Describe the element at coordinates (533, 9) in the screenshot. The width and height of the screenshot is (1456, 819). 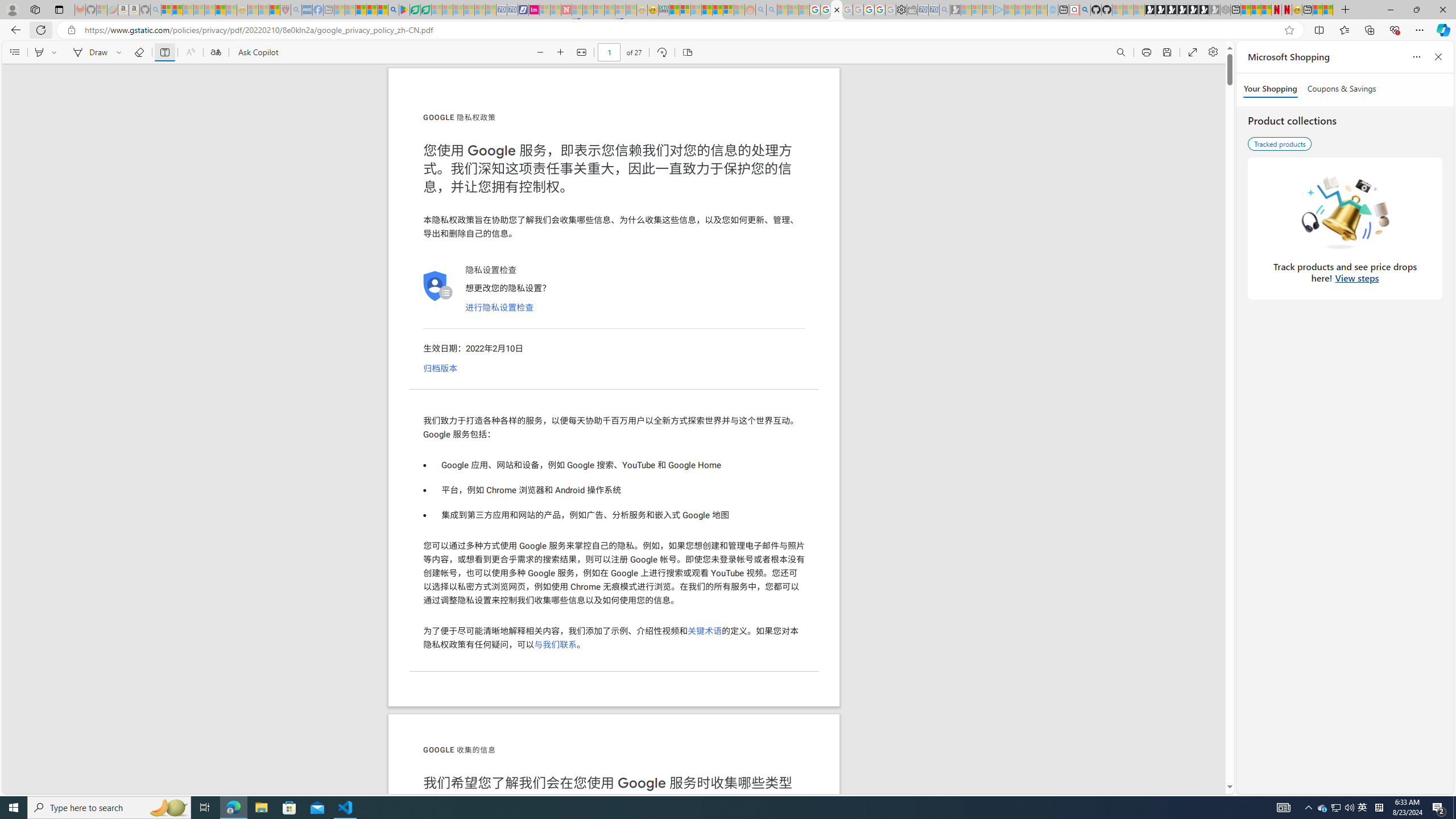
I see `'Jobs - lastminute.com Investor Portal'` at that location.